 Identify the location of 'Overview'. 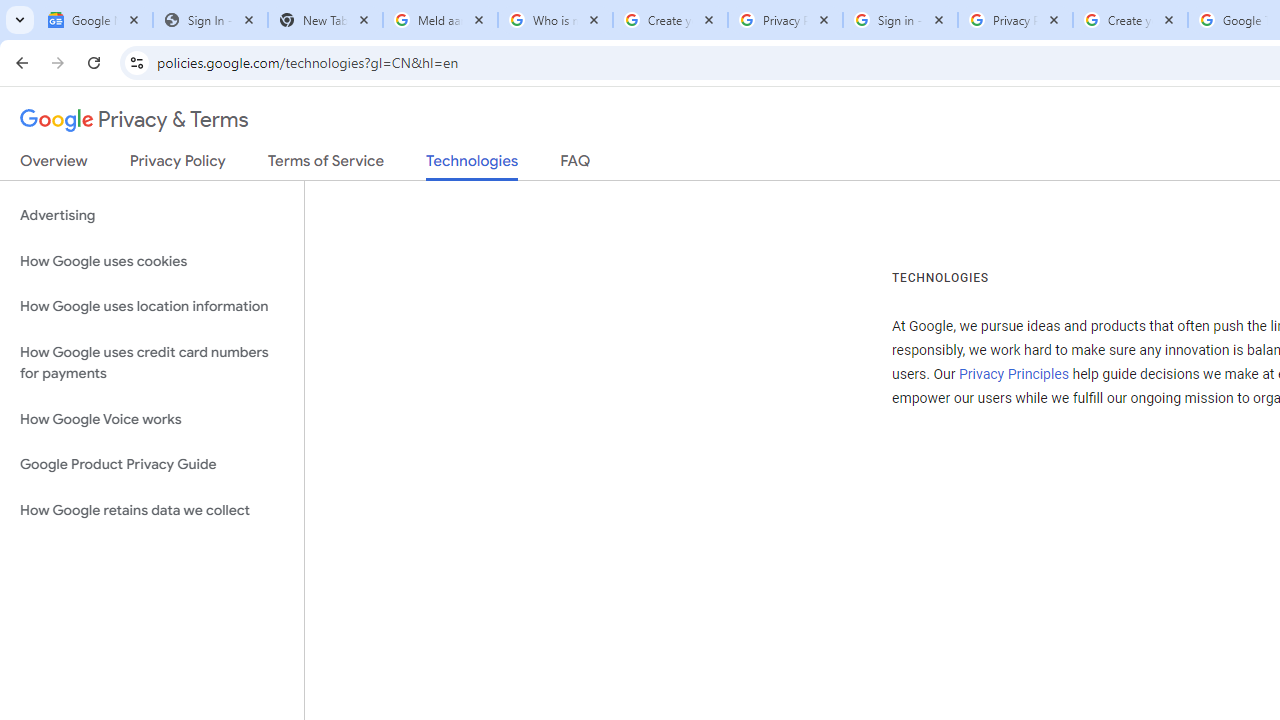
(54, 164).